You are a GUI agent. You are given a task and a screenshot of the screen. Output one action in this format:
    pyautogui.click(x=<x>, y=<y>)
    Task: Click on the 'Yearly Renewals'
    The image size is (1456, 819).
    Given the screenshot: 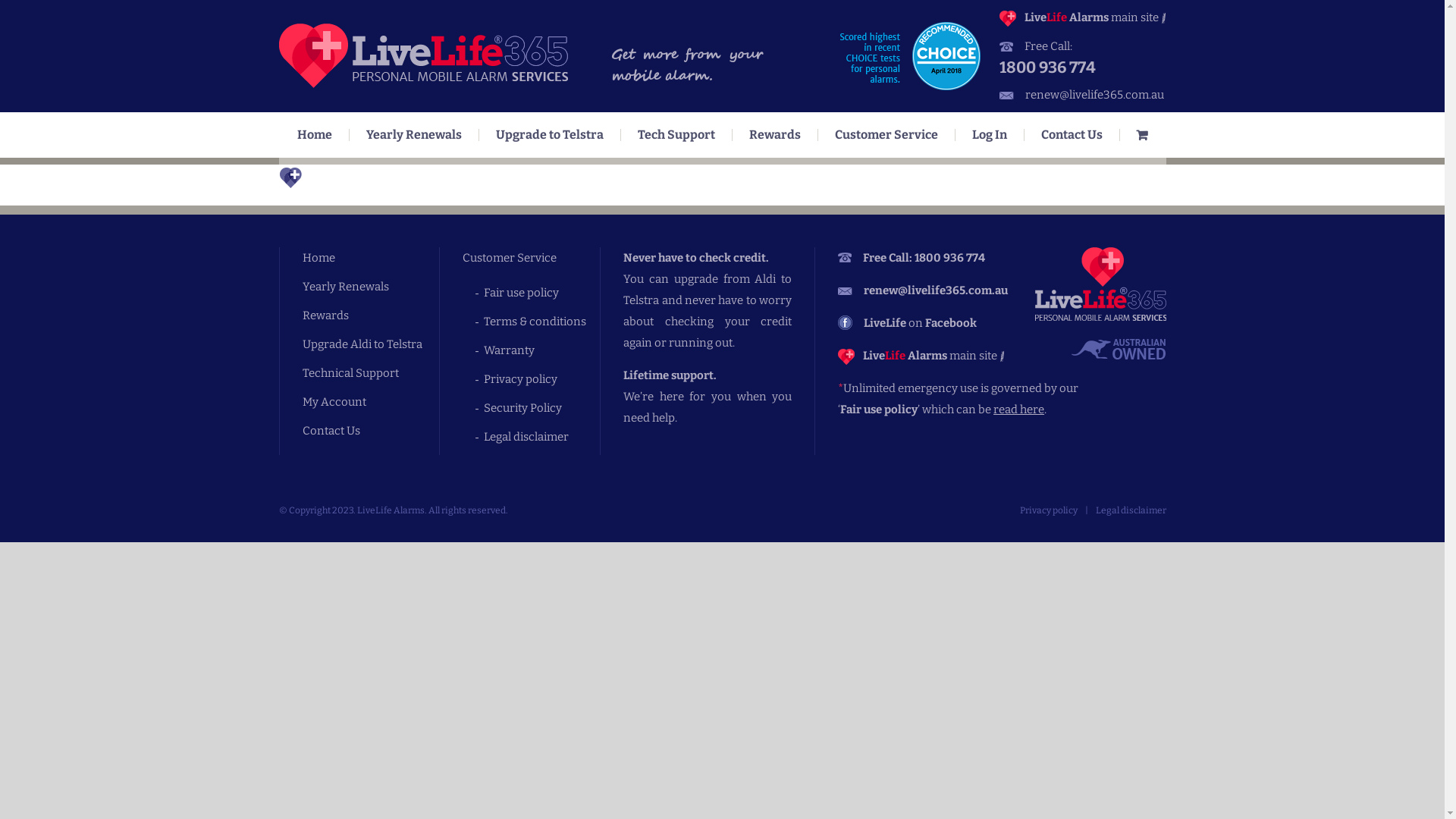 What is the action you would take?
    pyautogui.click(x=370, y=287)
    